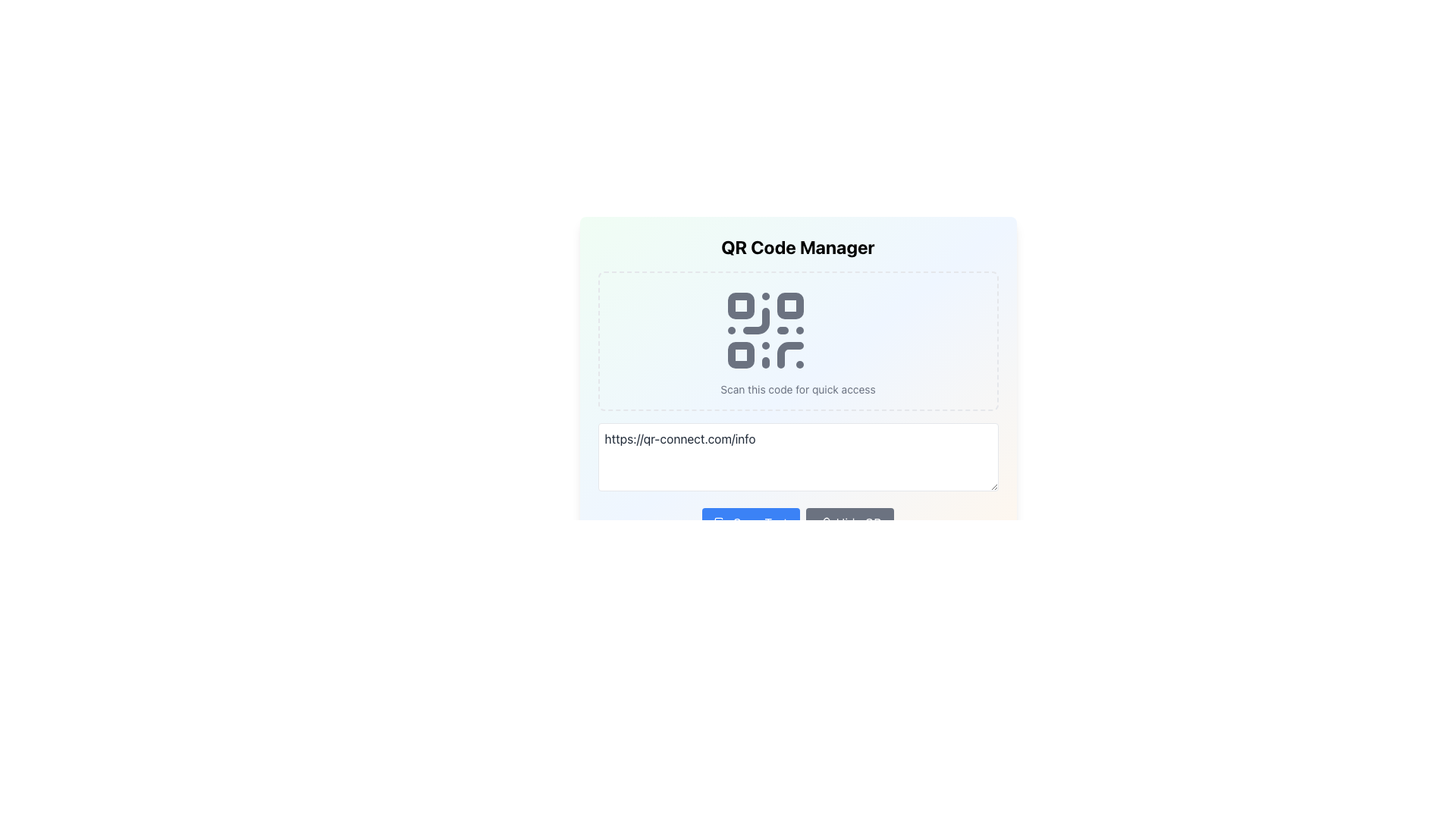  Describe the element at coordinates (751, 522) in the screenshot. I see `the 'Copy Text' button, which has a blue background, rounded corners, and white text with a clipboard icon on the left` at that location.